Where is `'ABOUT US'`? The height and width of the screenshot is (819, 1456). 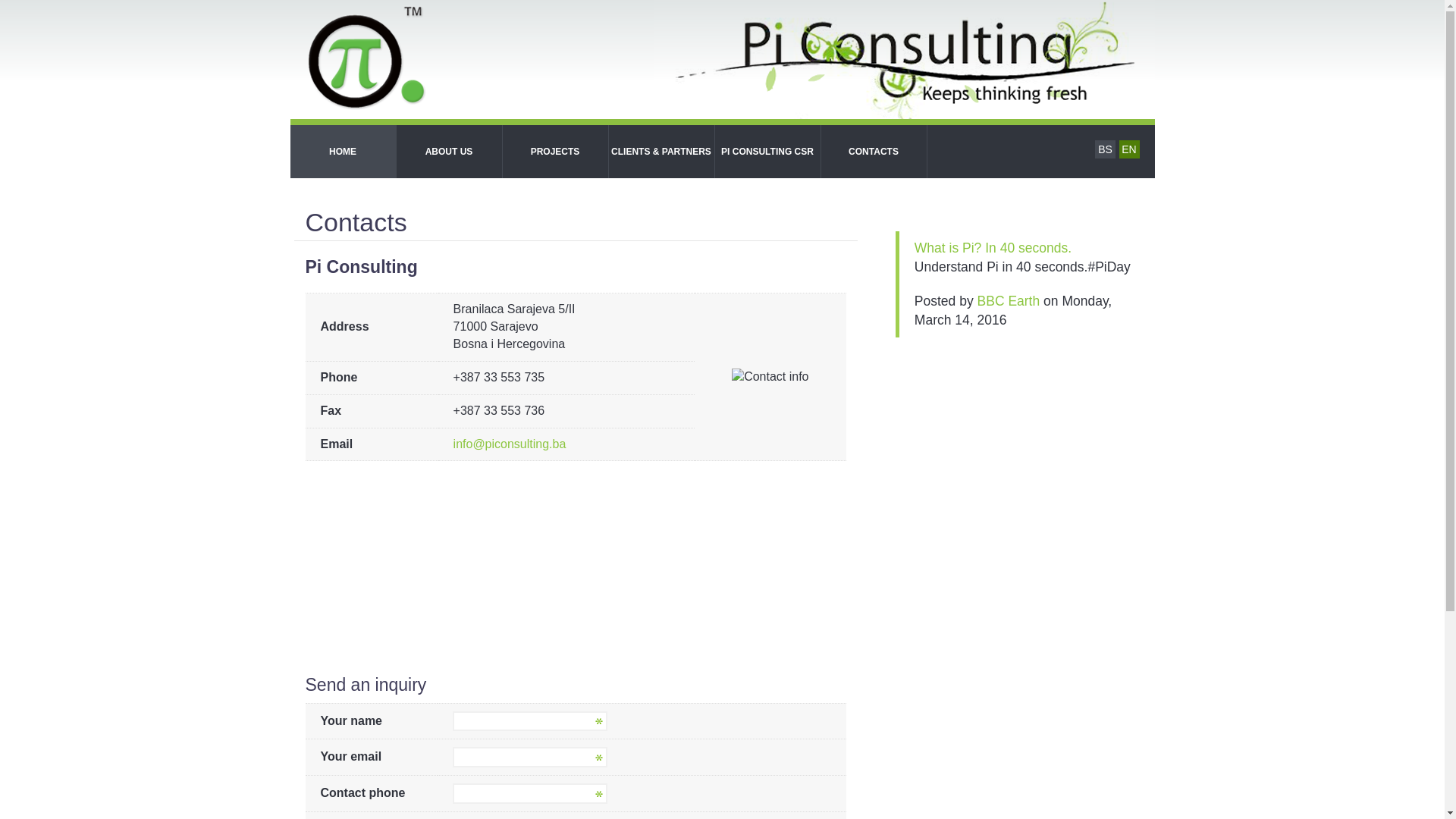 'ABOUT US' is located at coordinates (447, 152).